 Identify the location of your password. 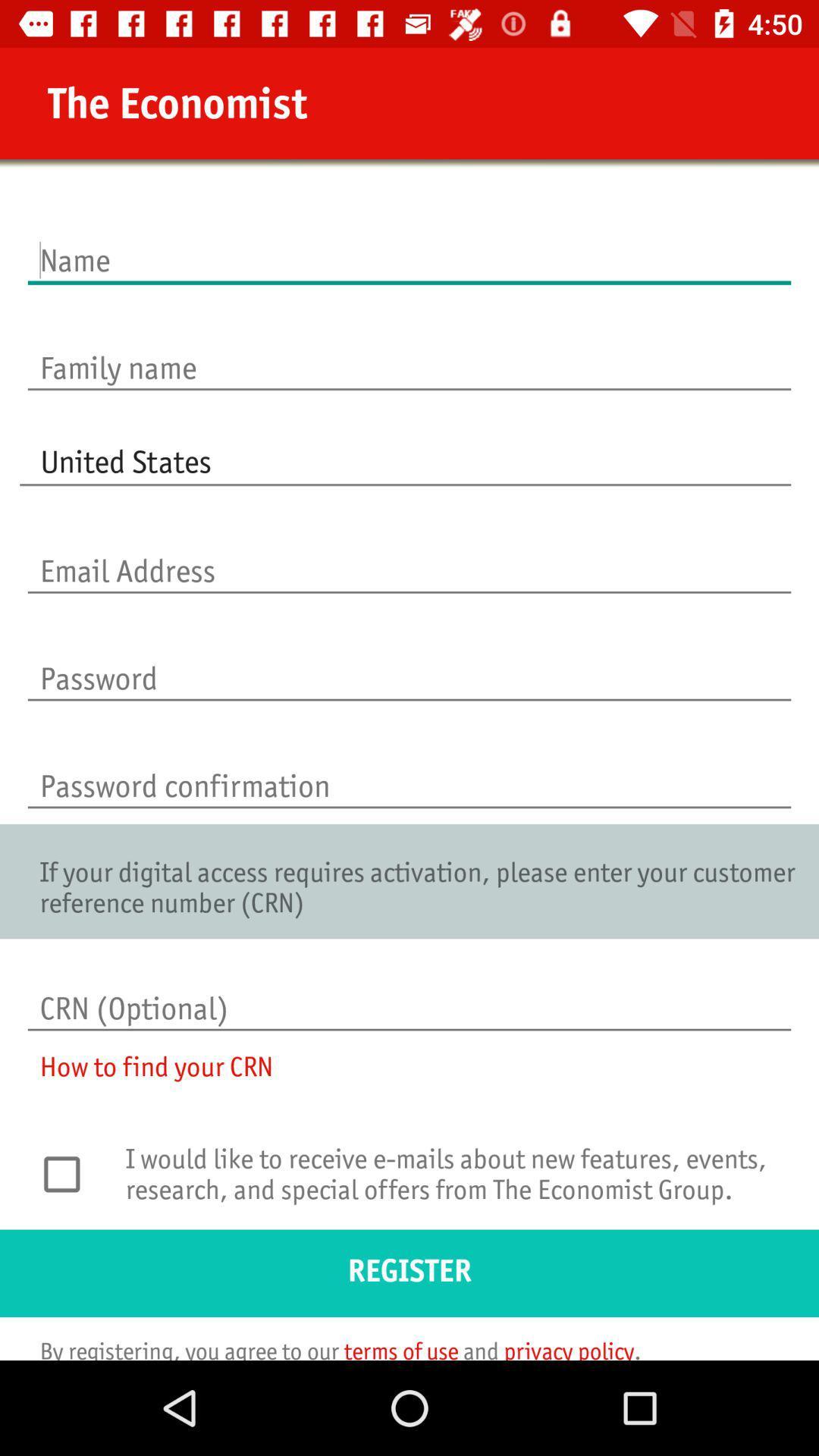
(409, 663).